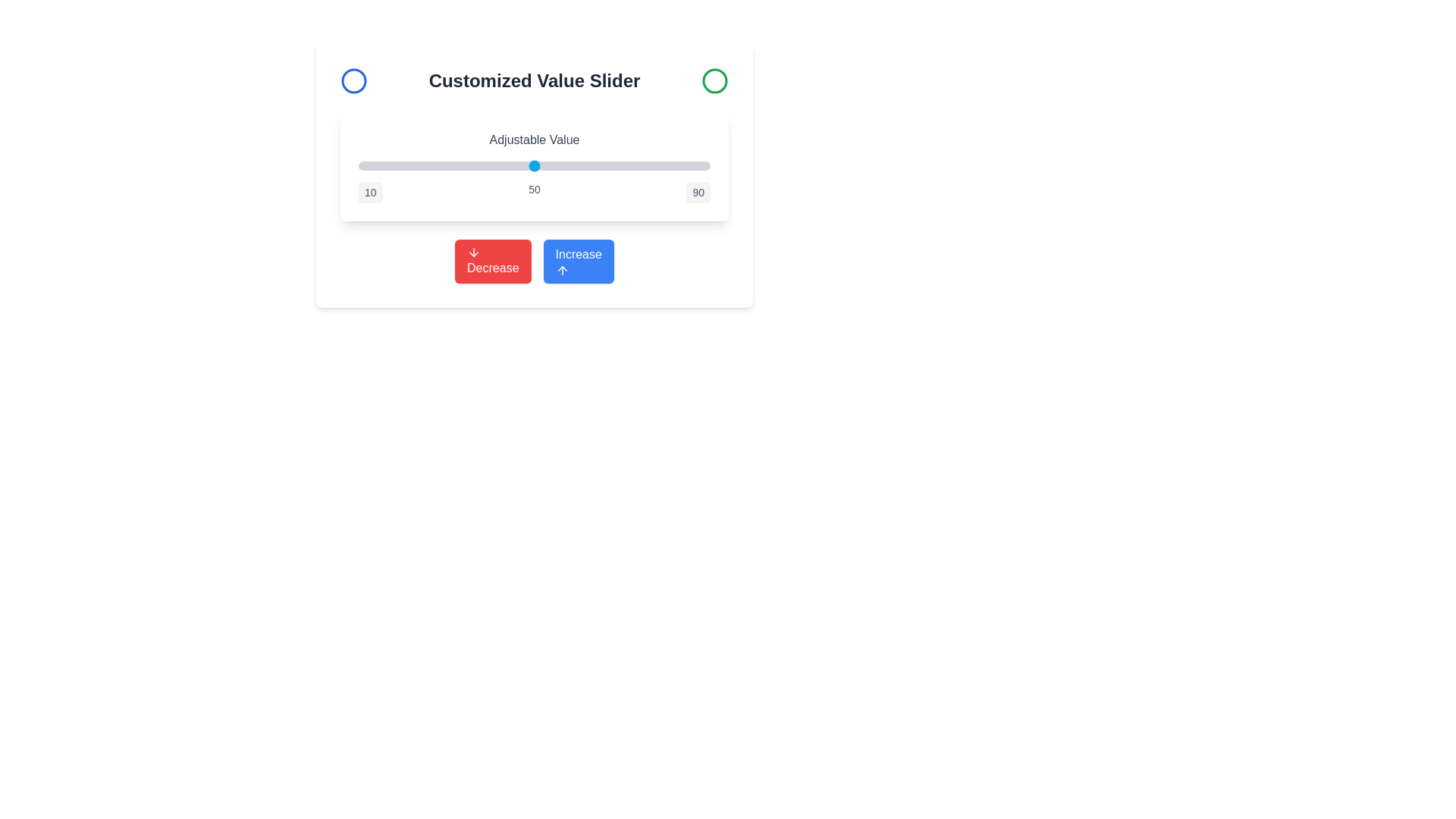 This screenshot has width=1456, height=819. I want to click on the slider's value, so click(582, 166).